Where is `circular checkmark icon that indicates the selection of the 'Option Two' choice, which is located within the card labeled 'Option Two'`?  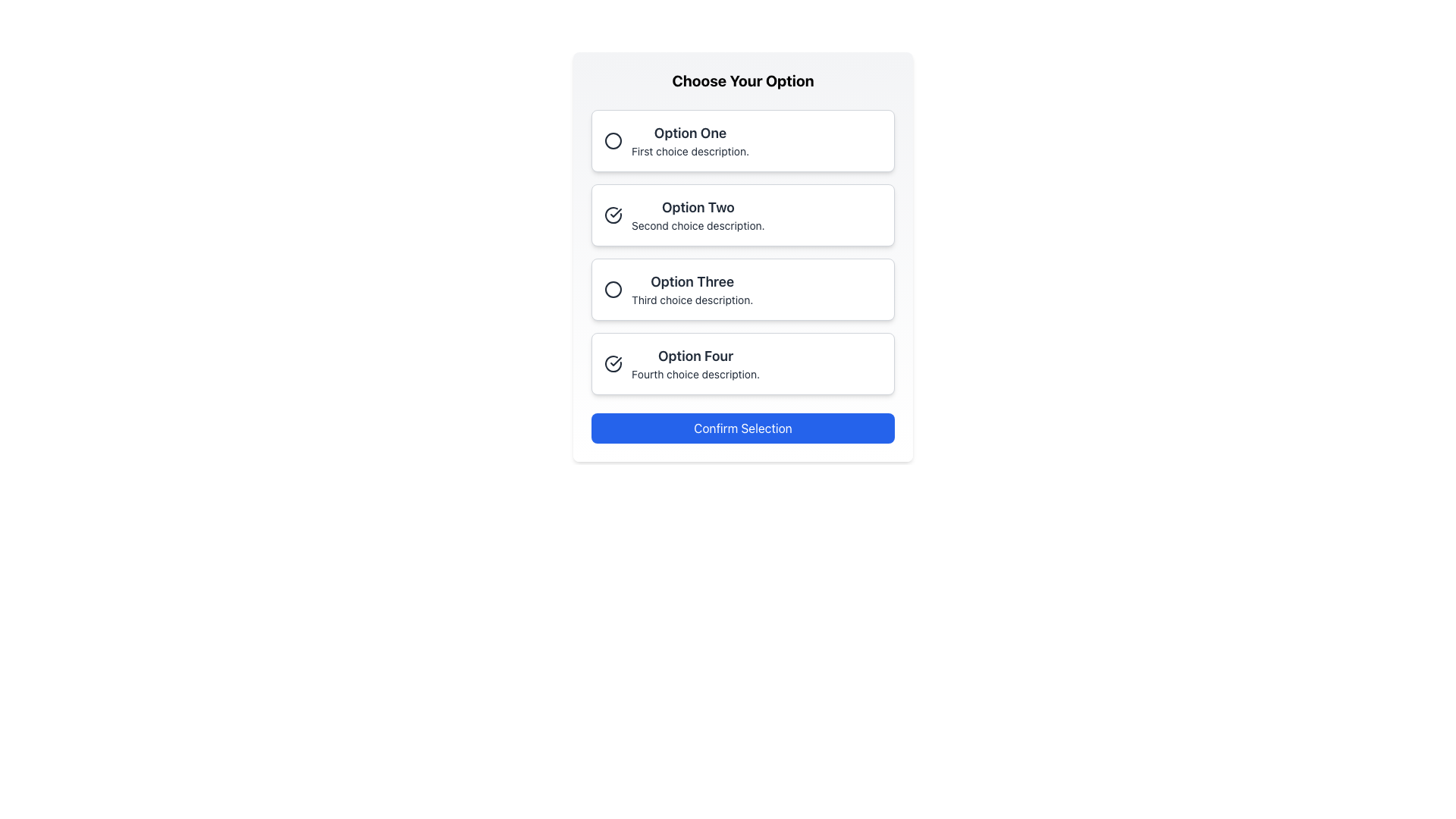 circular checkmark icon that indicates the selection of the 'Option Two' choice, which is located within the card labeled 'Option Two' is located at coordinates (613, 215).